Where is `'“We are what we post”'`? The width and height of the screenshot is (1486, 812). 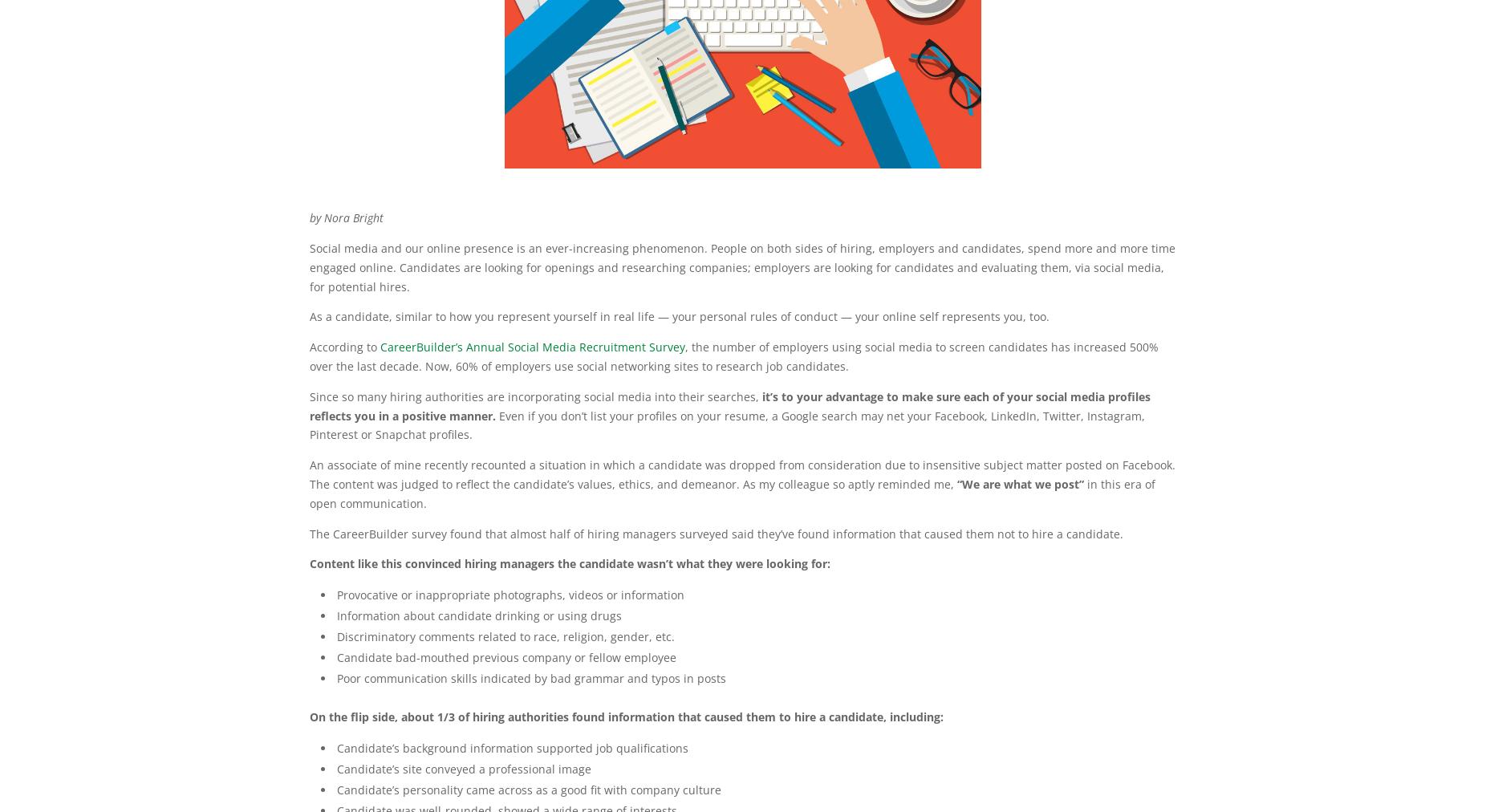
'“We are what we post”' is located at coordinates (1020, 483).